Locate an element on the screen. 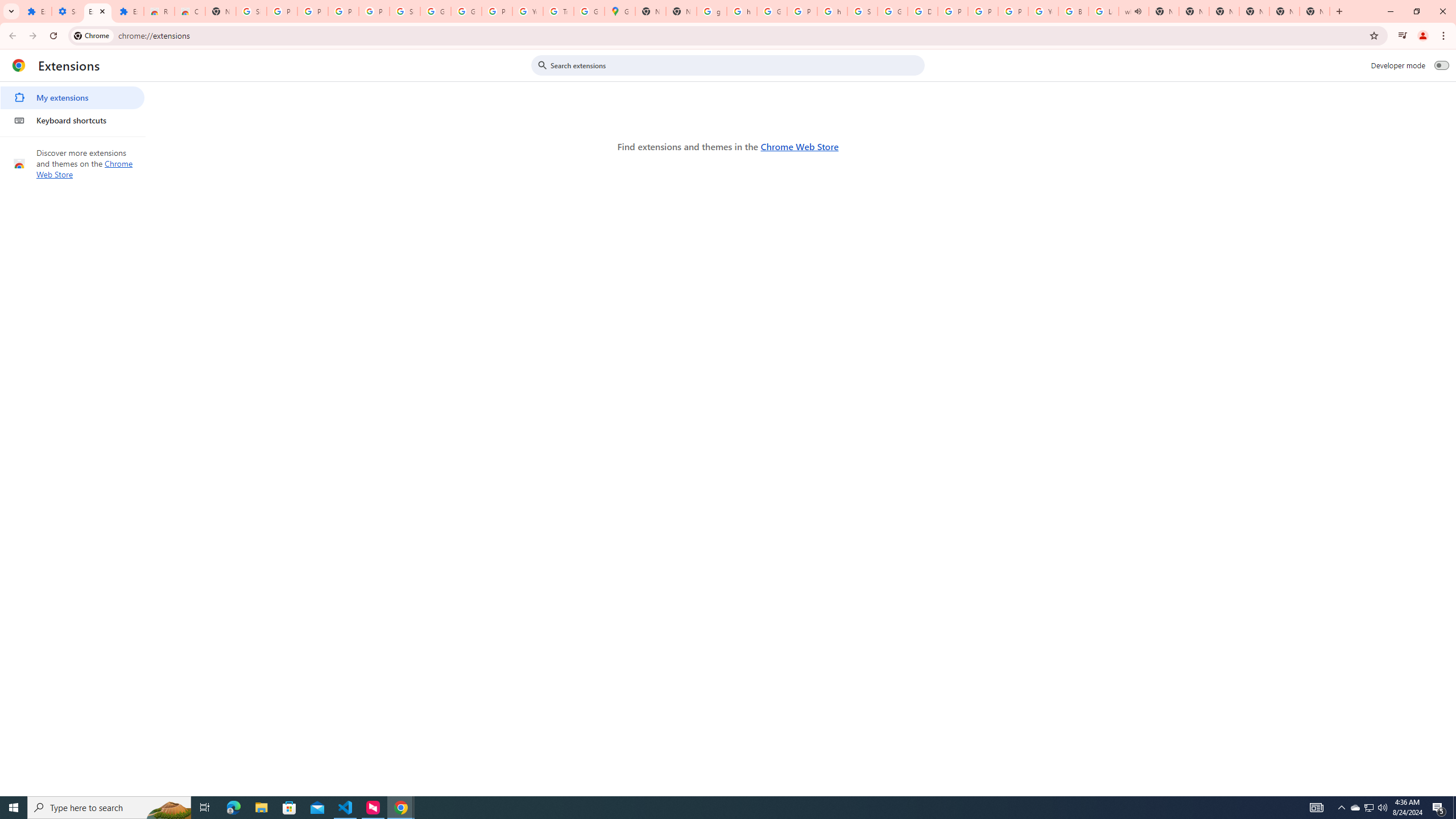  'Chrome Web Store - Themes' is located at coordinates (190, 11).